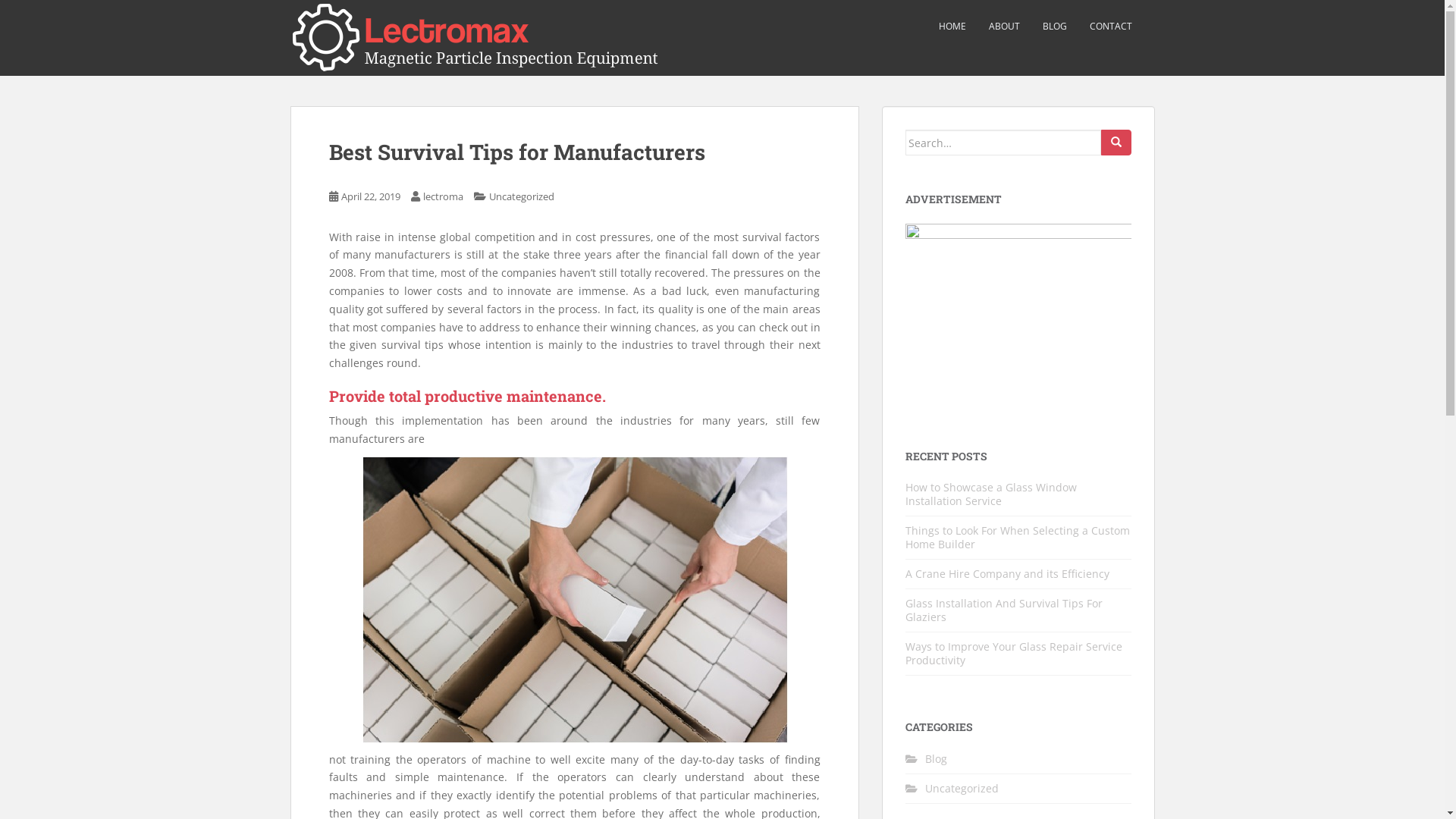 The width and height of the screenshot is (1456, 819). Describe the element at coordinates (1116, 143) in the screenshot. I see `'Search'` at that location.